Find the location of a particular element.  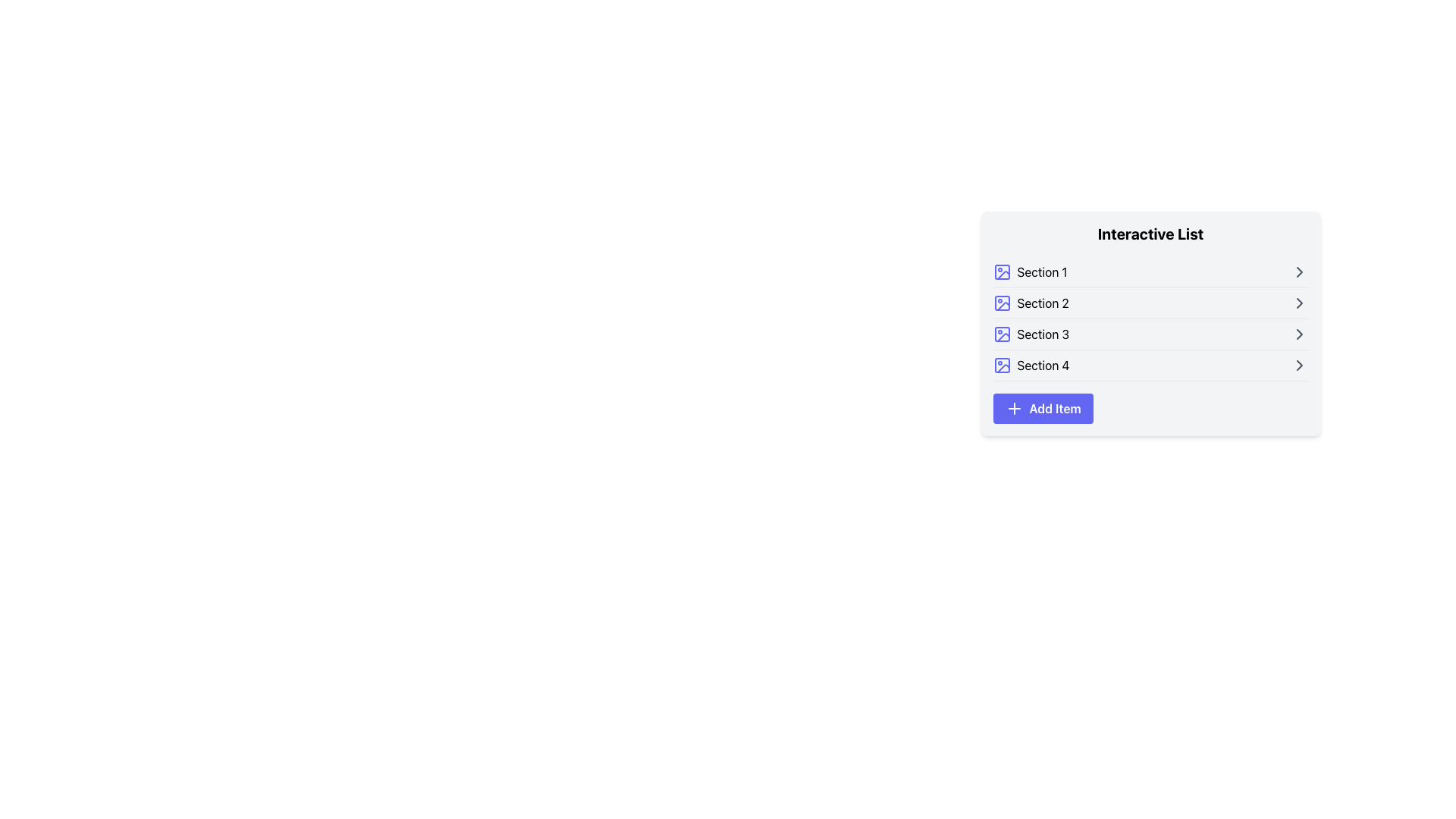

the graphical icon representing 'Section 1', located to the left of the text in a vertically stacked interactive list is located at coordinates (1002, 271).